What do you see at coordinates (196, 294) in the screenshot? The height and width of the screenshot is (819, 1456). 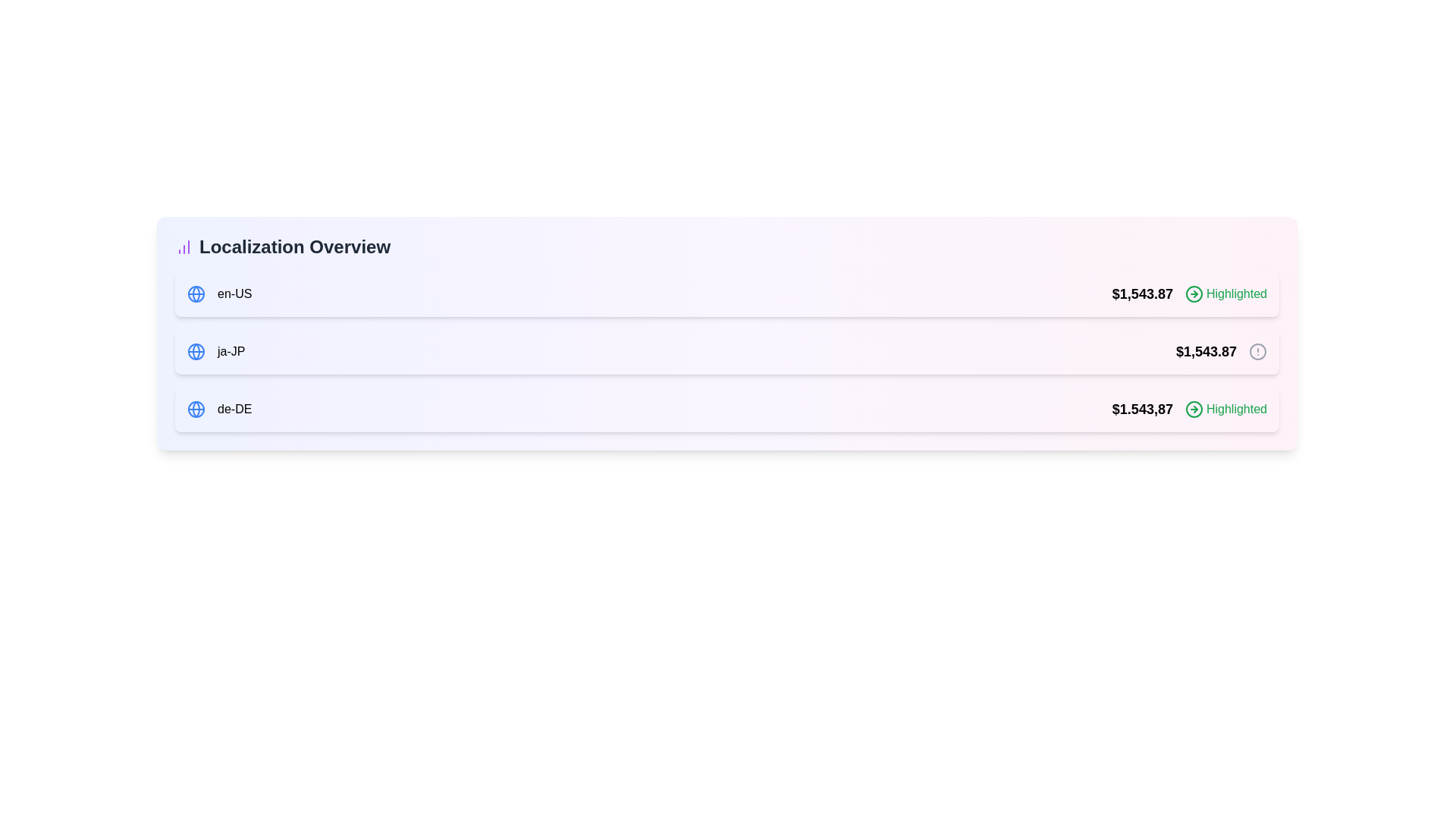 I see `the blue globe icon with a thin gray outline, located to the left of the 'en-US' text` at bounding box center [196, 294].